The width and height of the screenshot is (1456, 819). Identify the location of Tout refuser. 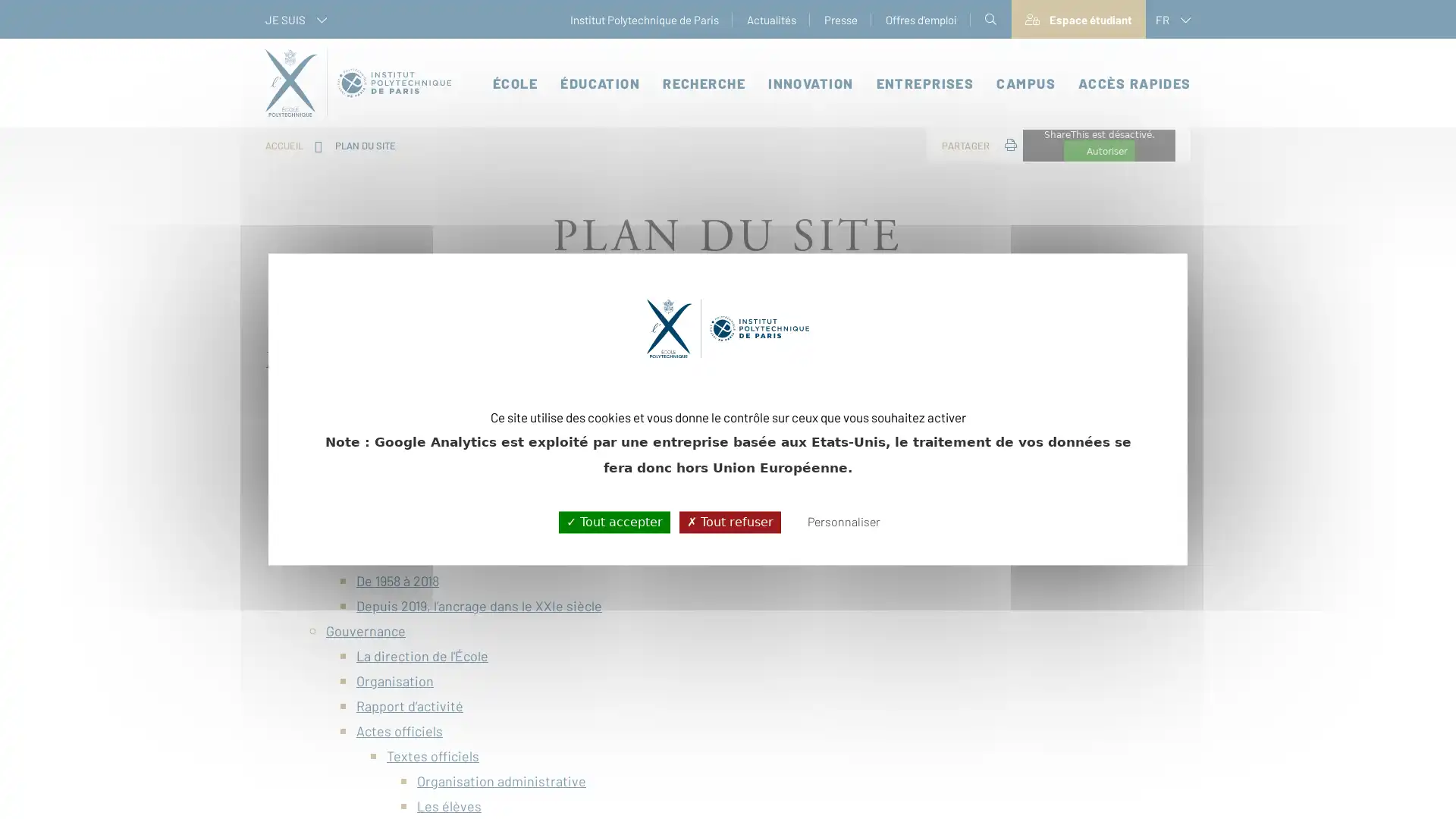
(729, 521).